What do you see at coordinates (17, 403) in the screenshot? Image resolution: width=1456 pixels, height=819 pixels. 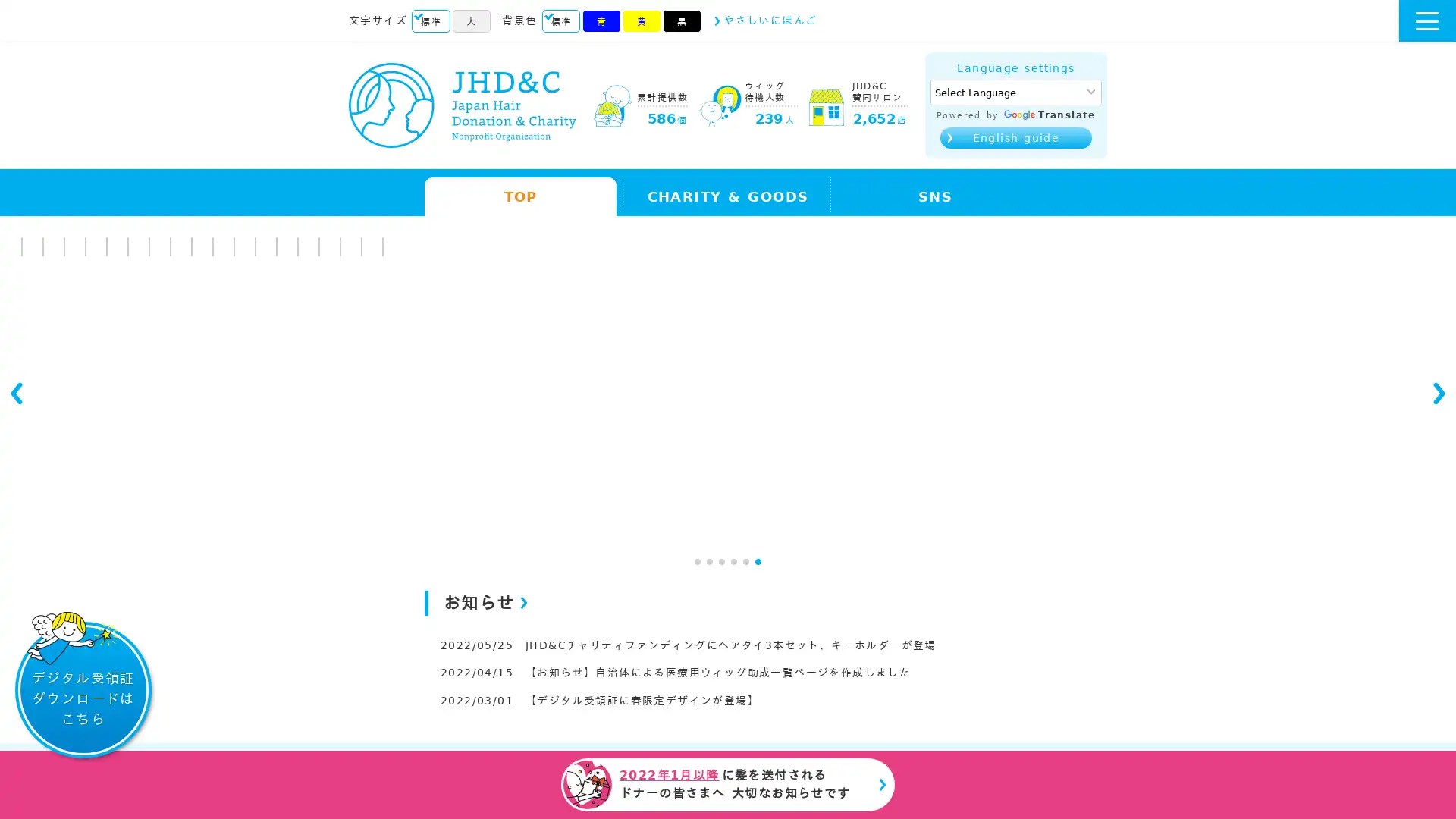 I see `Previous slide` at bounding box center [17, 403].